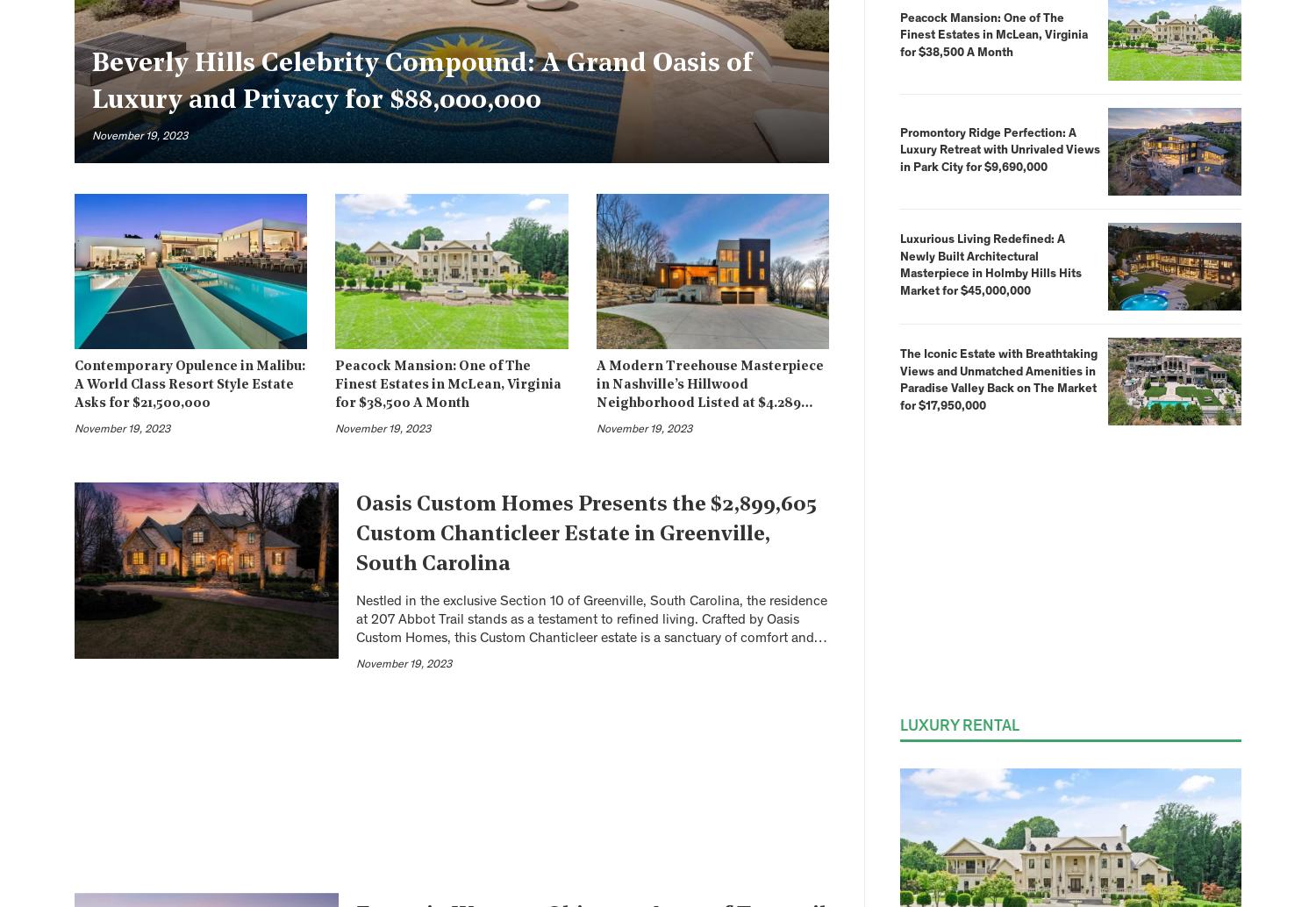 The width and height of the screenshot is (1316, 907). Describe the element at coordinates (586, 534) in the screenshot. I see `'Oasis Custom Homes Presents the $2,899,605 Custom Chanticleer Estate in Greenville, South Carolina'` at that location.